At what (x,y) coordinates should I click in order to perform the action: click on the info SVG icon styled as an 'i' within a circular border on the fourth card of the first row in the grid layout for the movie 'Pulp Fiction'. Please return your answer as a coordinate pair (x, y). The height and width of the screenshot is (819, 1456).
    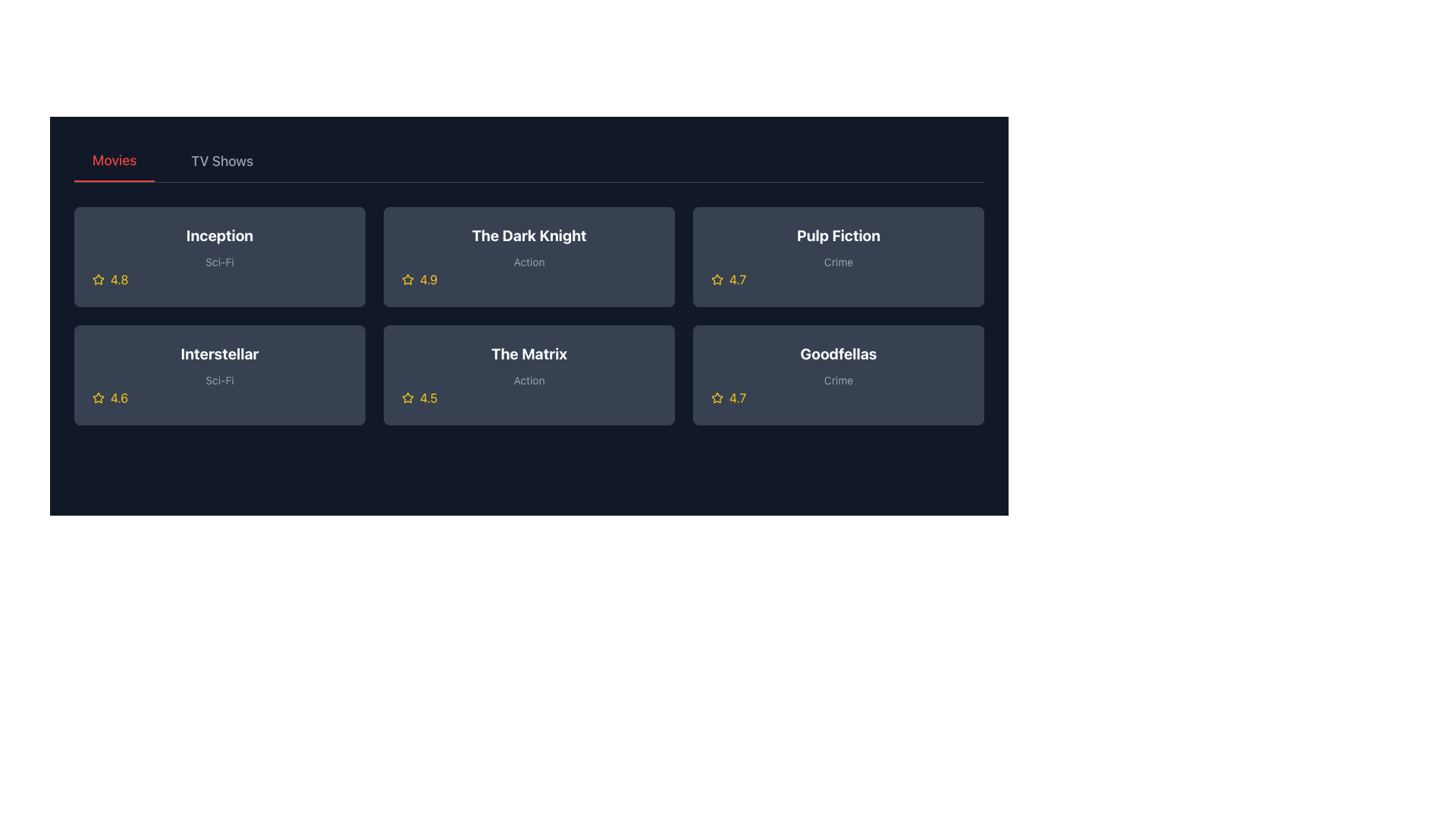
    Looking at the image, I should click on (837, 256).